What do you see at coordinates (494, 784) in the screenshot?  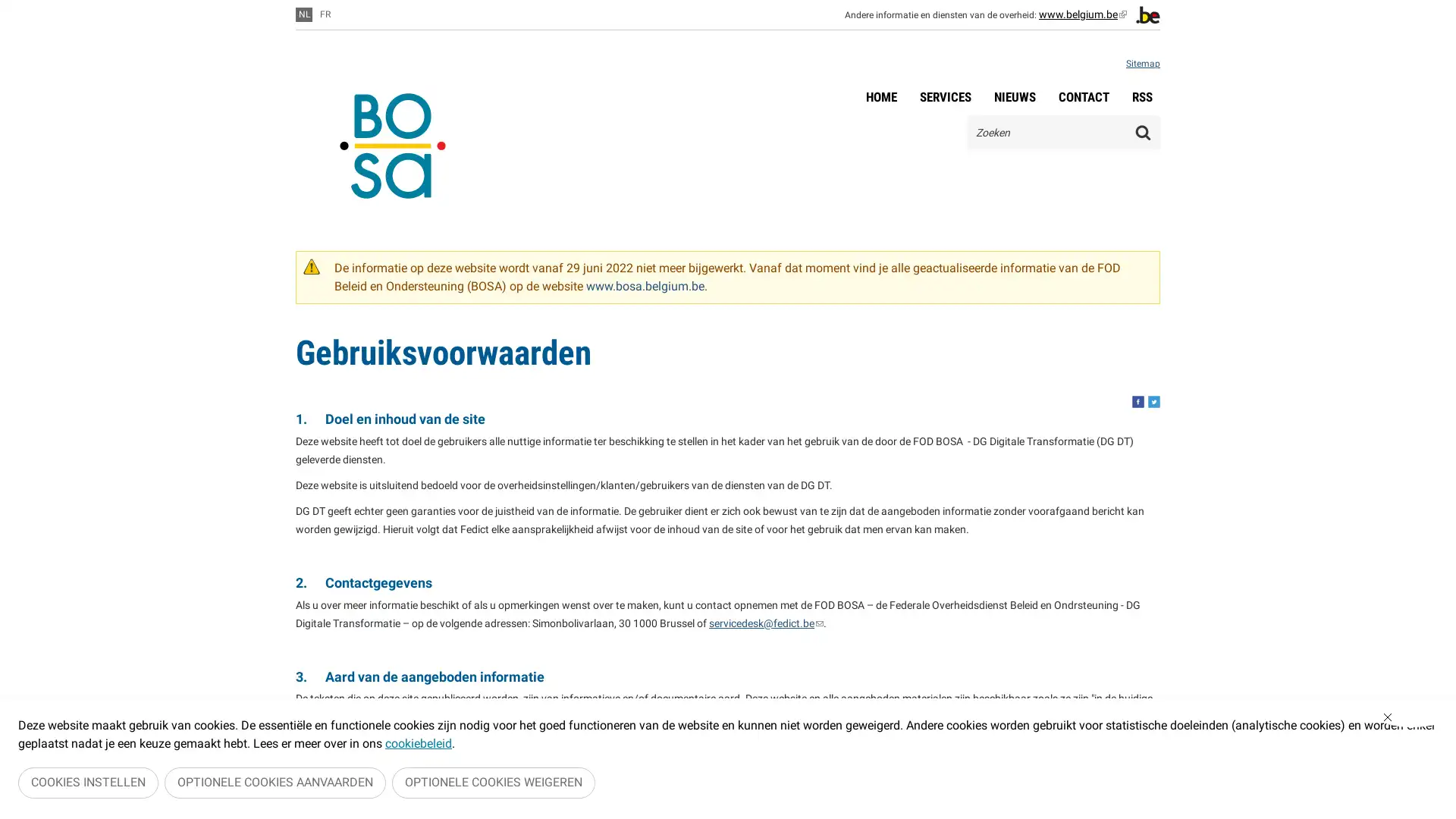 I see `OPTIONELE COOKIES WEIGEREN` at bounding box center [494, 784].